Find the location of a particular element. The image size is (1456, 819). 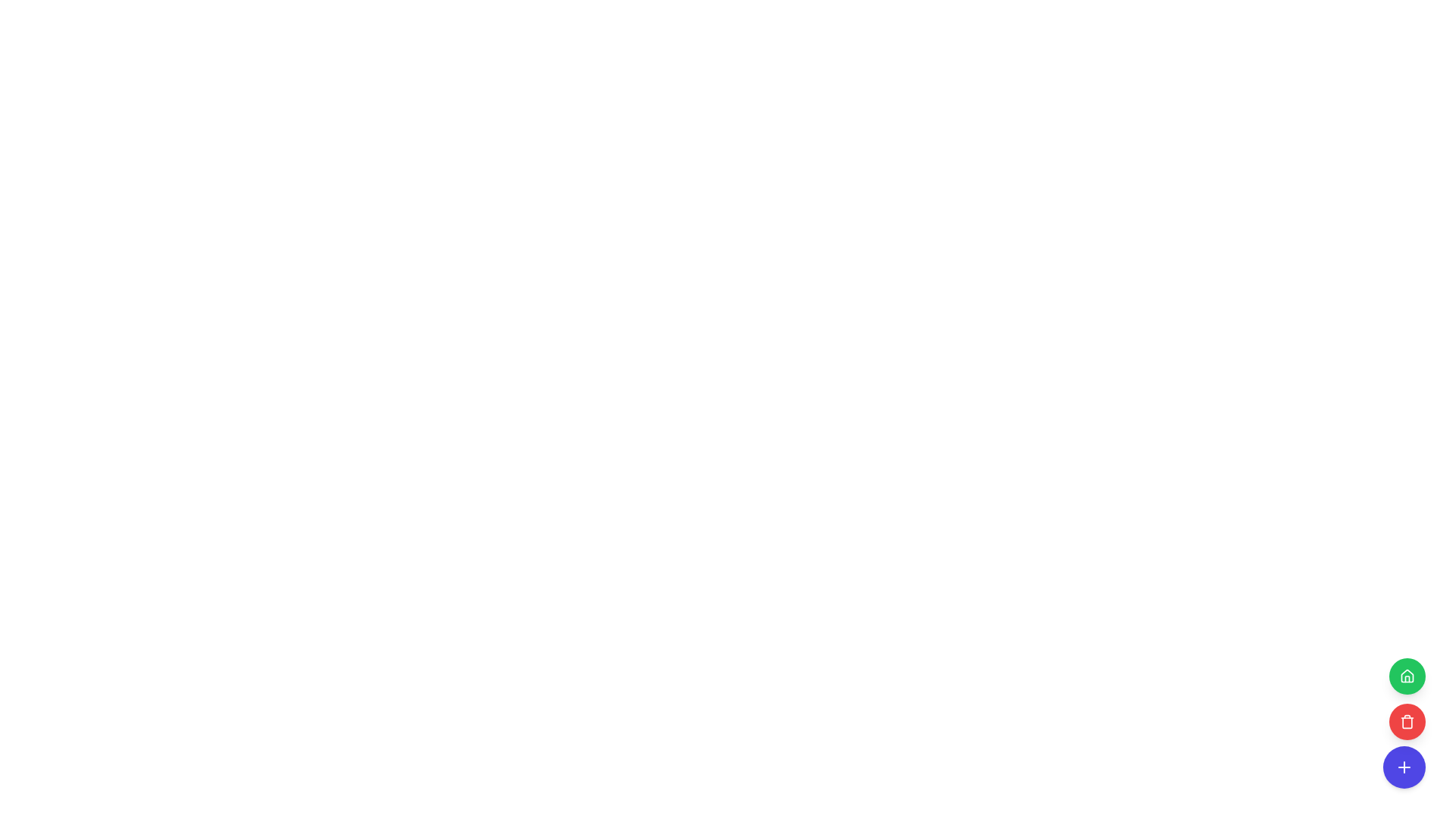

the blue circular button at the right edge of the interface, which is the last in a vertical sequence of three icons is located at coordinates (1404, 767).